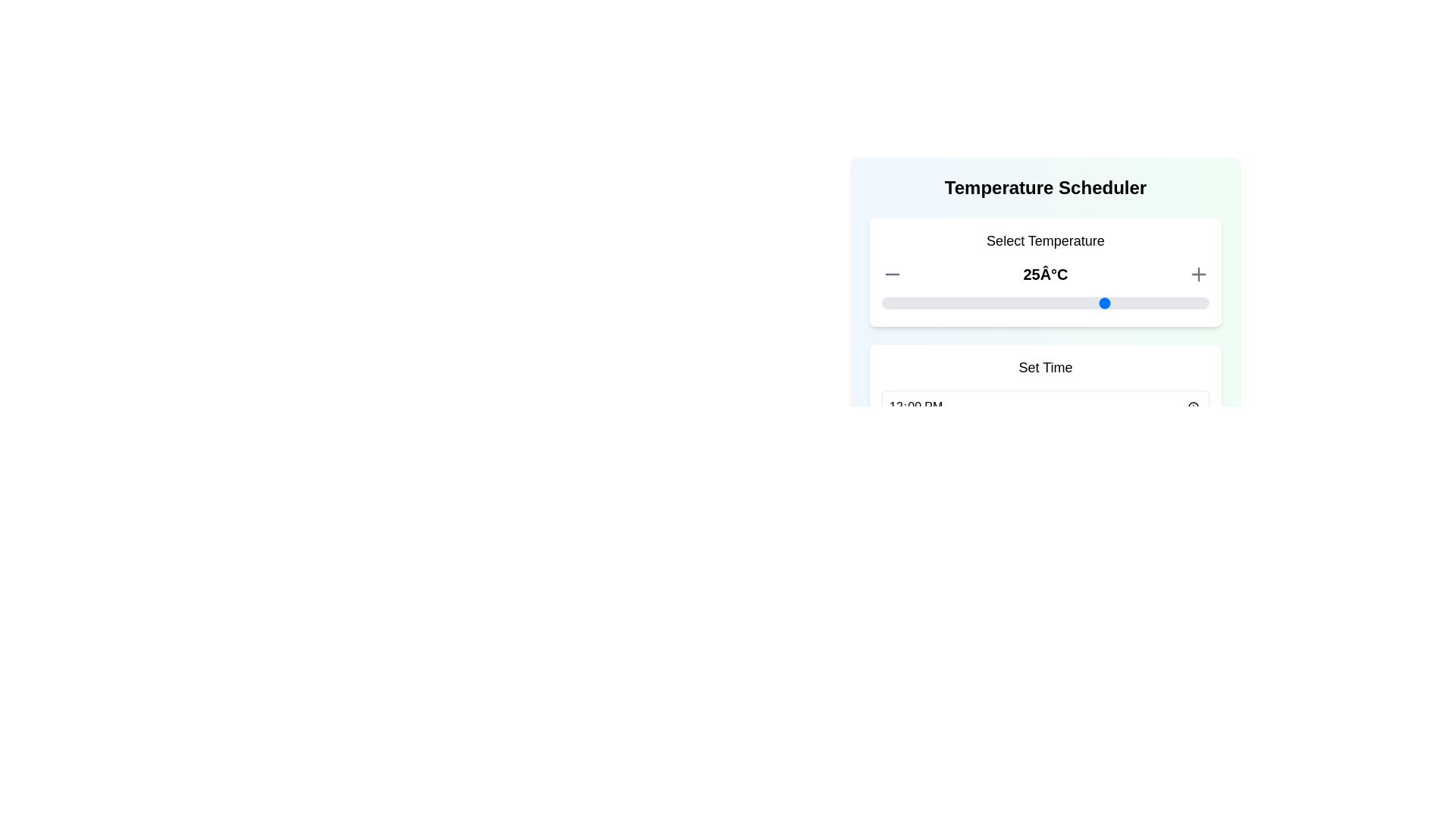 This screenshot has height=819, width=1456. I want to click on the temperature slider, so click(992, 303).